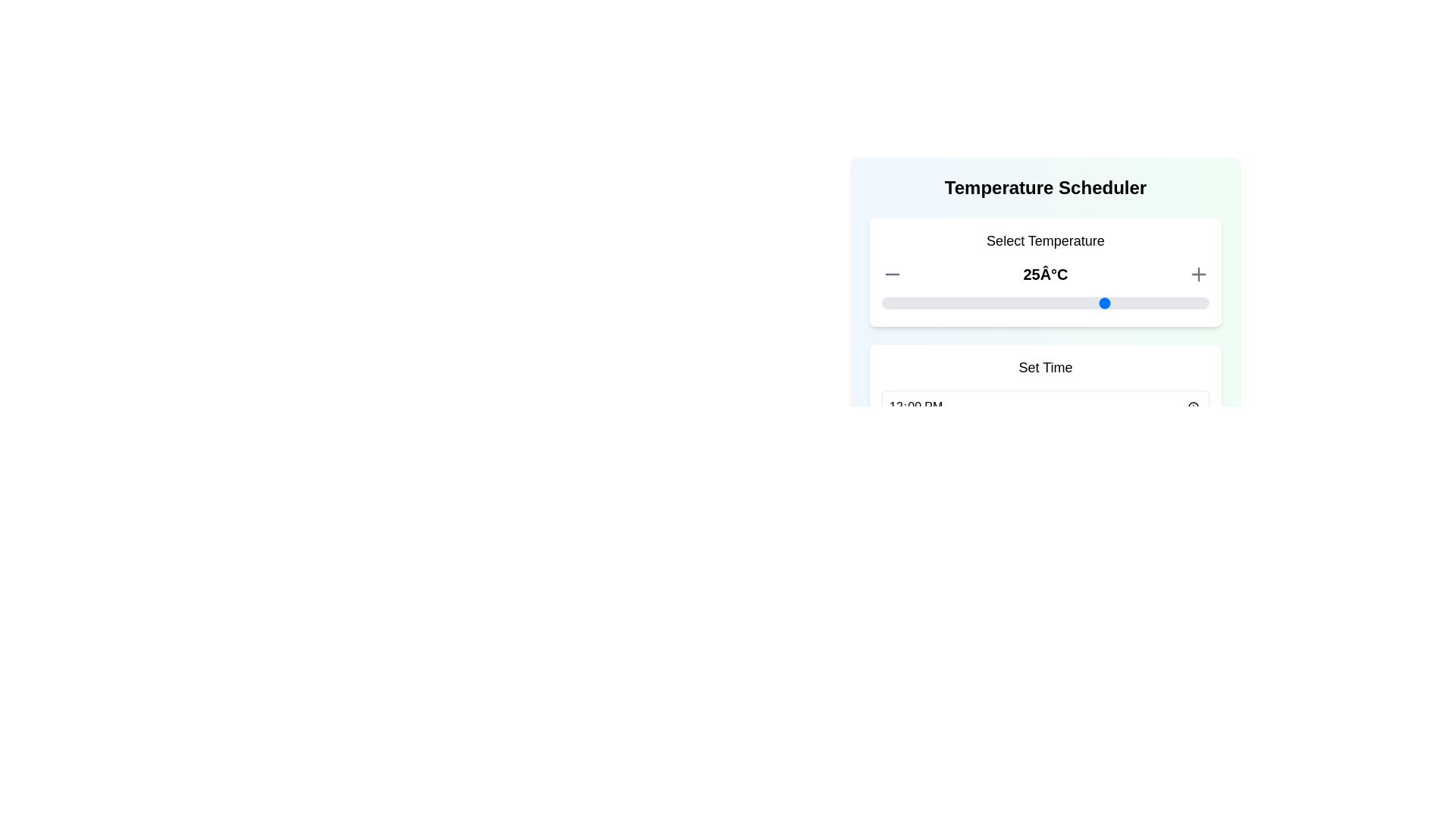 This screenshot has height=819, width=1456. I want to click on the temperature slider, so click(992, 303).